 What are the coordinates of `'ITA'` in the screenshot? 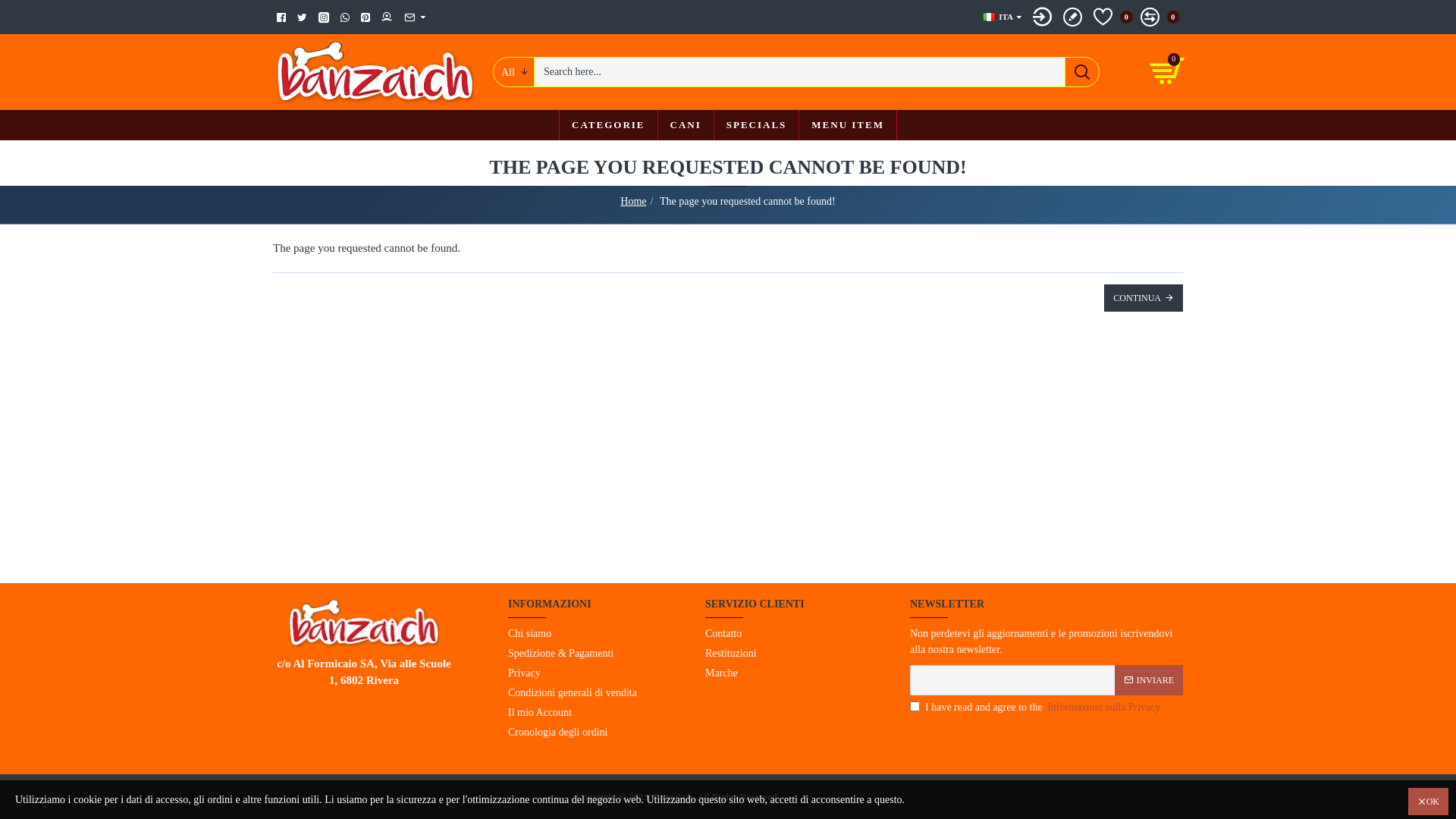 It's located at (989, 17).